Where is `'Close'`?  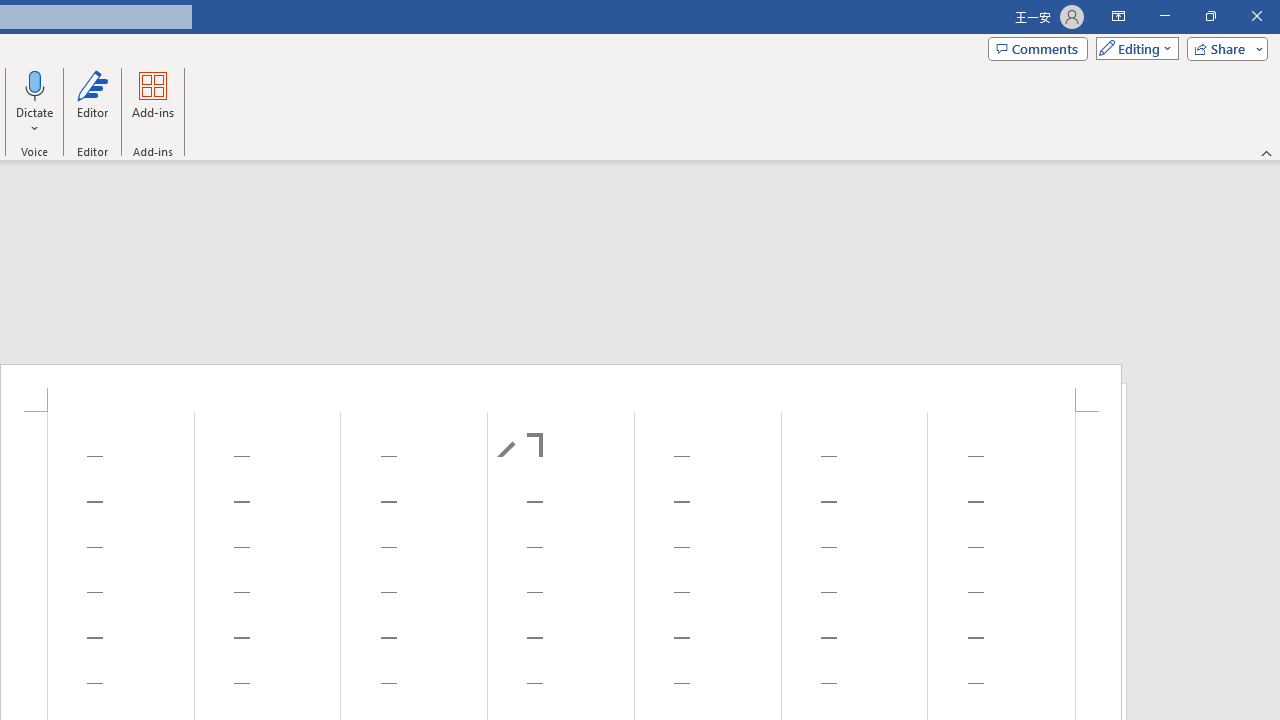 'Close' is located at coordinates (1255, 16).